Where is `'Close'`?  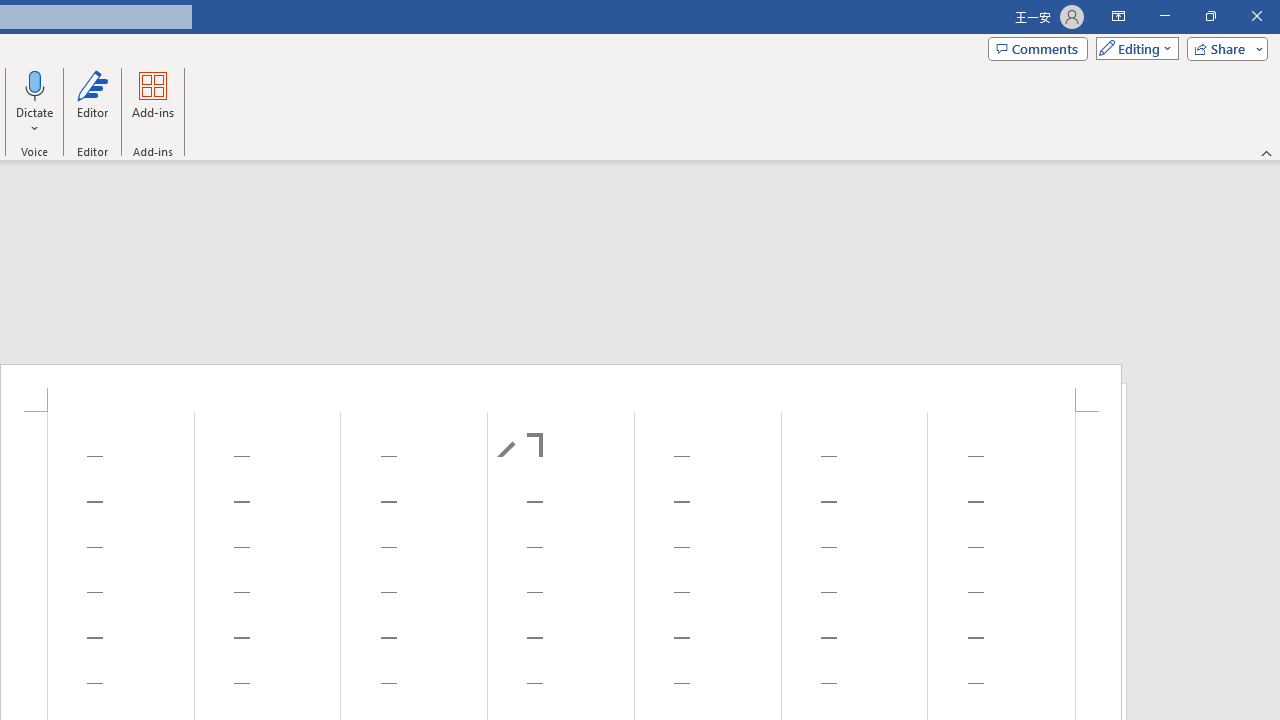 'Close' is located at coordinates (1255, 16).